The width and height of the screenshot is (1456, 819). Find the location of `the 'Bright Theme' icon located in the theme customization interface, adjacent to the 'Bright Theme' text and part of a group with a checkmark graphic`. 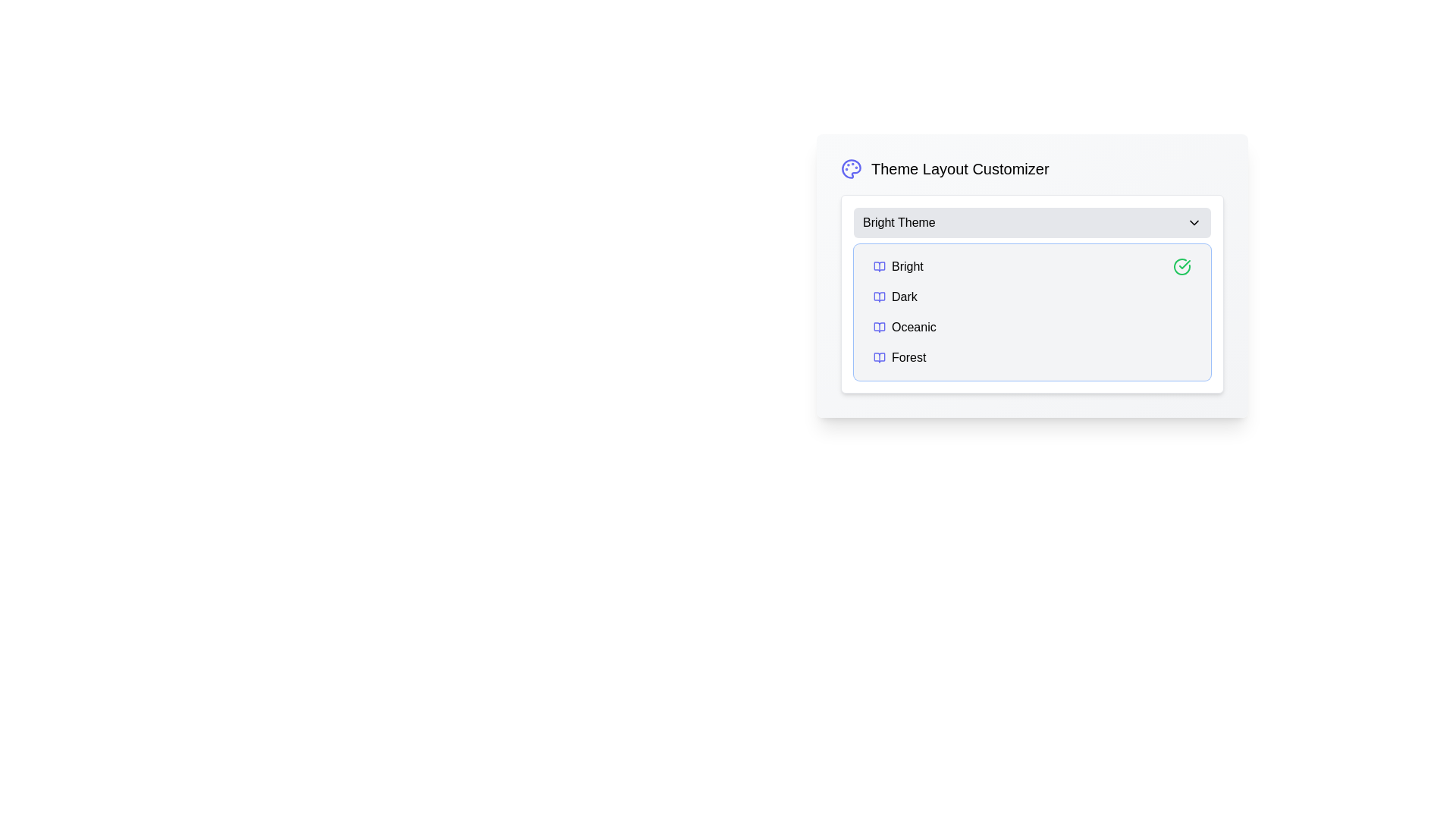

the 'Bright Theme' icon located in the theme customization interface, adjacent to the 'Bright Theme' text and part of a group with a checkmark graphic is located at coordinates (1181, 265).